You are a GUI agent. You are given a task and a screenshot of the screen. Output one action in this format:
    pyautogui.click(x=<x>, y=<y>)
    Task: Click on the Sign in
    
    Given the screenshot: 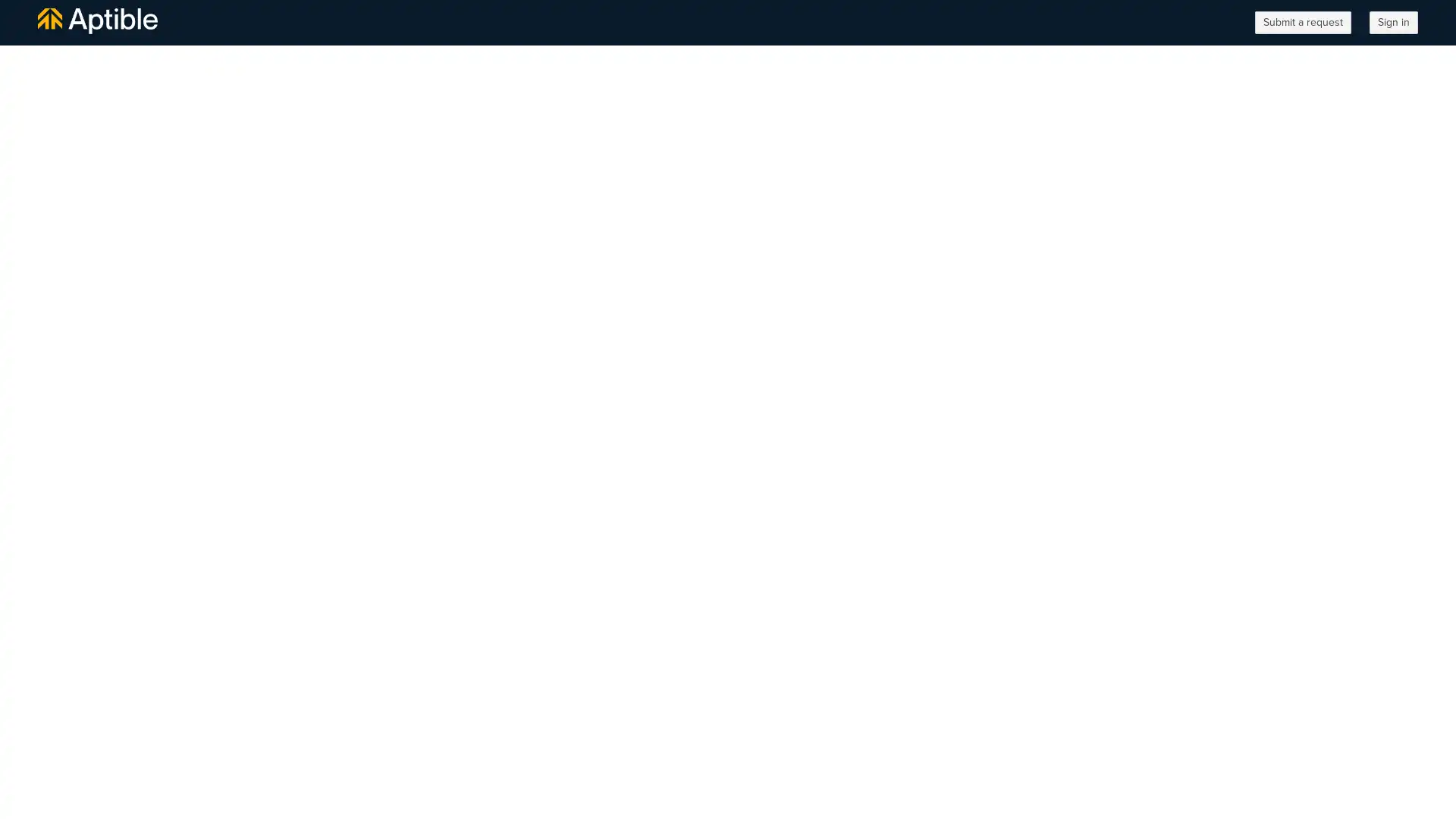 What is the action you would take?
    pyautogui.click(x=1394, y=23)
    